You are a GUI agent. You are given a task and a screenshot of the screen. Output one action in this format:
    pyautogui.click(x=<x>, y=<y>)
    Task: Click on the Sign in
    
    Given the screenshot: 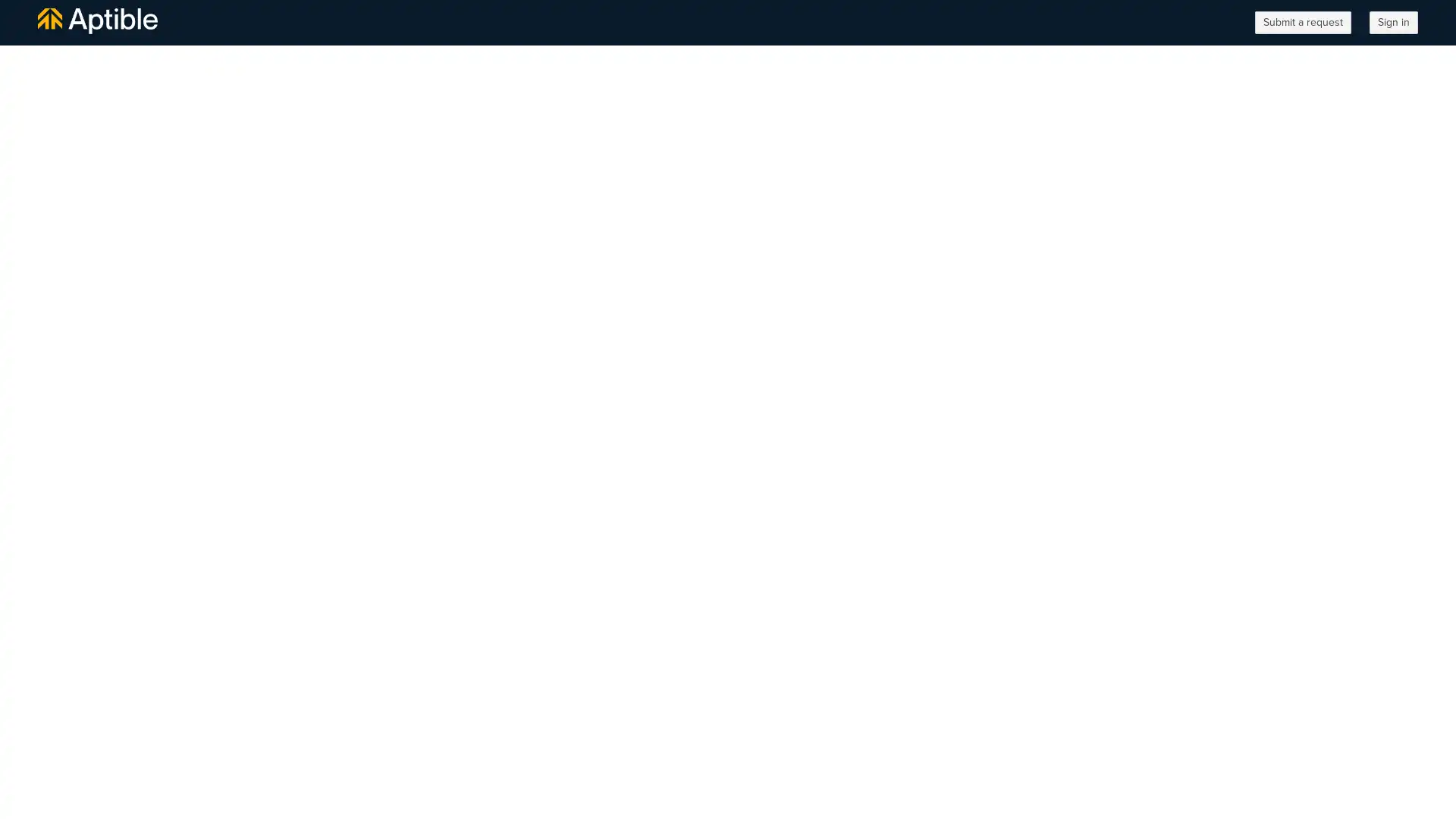 What is the action you would take?
    pyautogui.click(x=1394, y=23)
    